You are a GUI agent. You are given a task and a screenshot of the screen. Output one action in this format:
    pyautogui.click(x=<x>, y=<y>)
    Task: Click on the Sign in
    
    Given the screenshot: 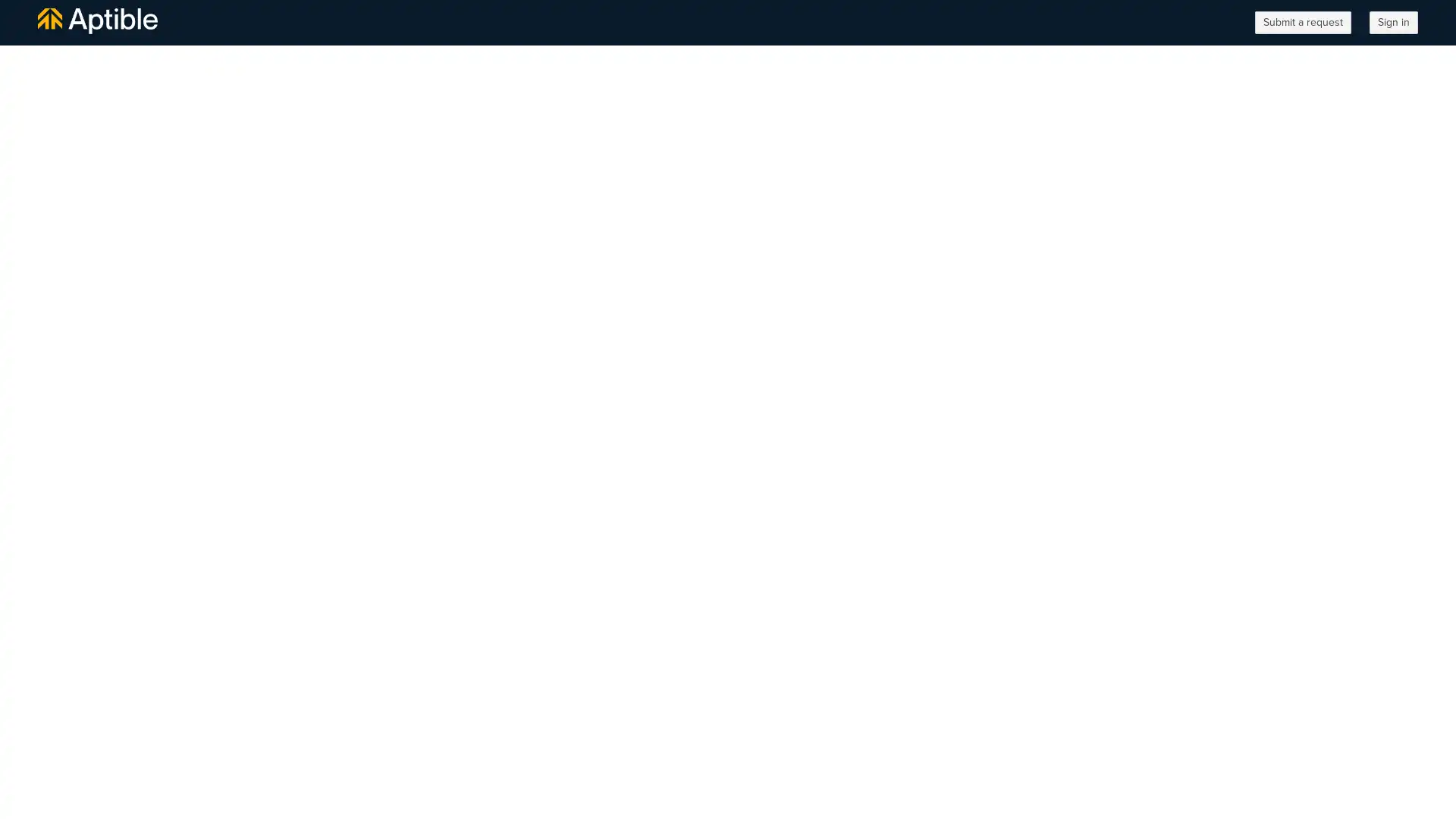 What is the action you would take?
    pyautogui.click(x=1394, y=23)
    